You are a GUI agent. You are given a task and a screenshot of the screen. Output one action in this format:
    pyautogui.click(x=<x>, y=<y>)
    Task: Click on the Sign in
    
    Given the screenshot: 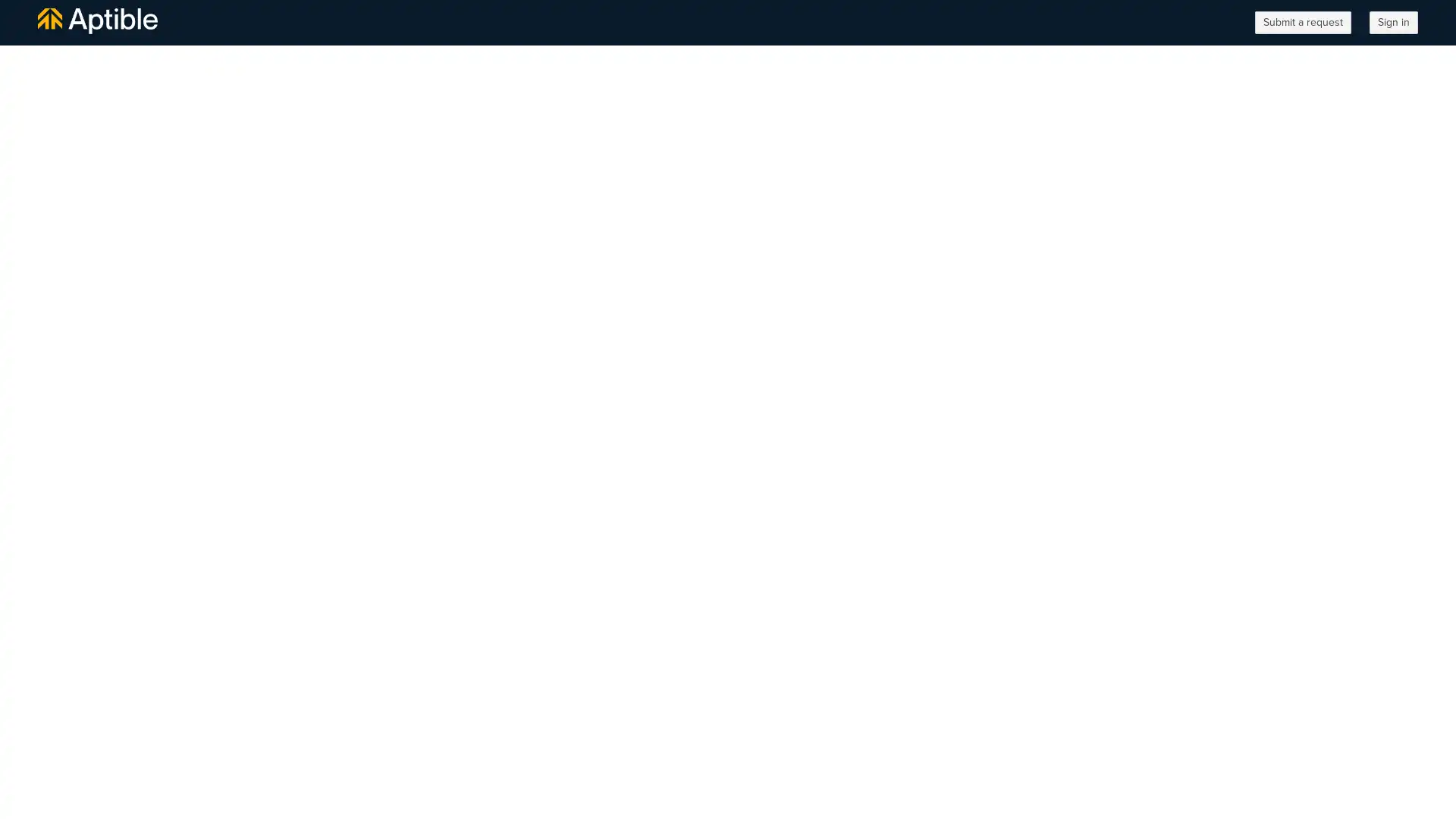 What is the action you would take?
    pyautogui.click(x=1394, y=23)
    